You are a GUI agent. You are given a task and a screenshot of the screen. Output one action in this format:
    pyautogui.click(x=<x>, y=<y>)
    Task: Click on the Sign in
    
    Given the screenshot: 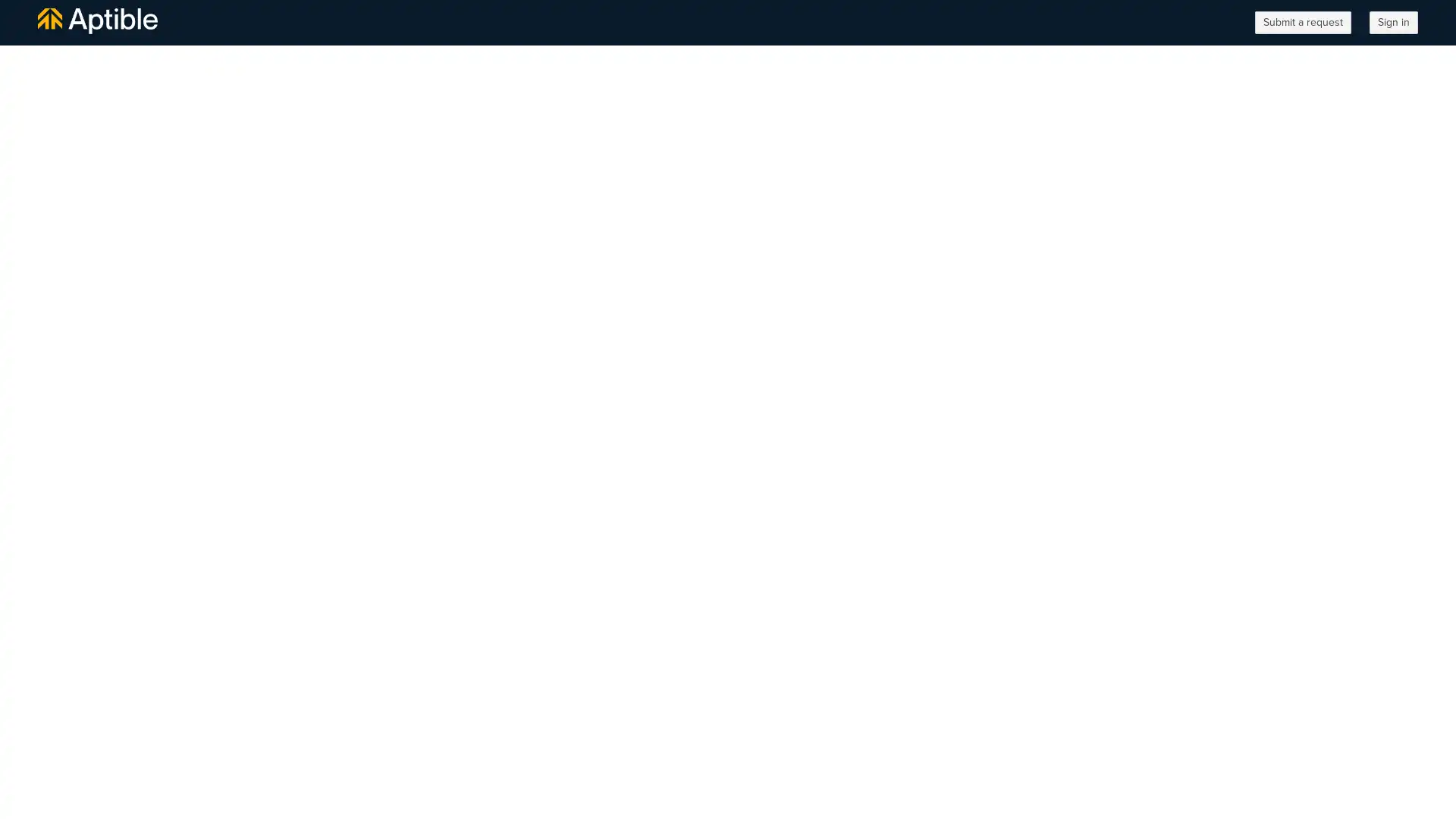 What is the action you would take?
    pyautogui.click(x=1394, y=23)
    